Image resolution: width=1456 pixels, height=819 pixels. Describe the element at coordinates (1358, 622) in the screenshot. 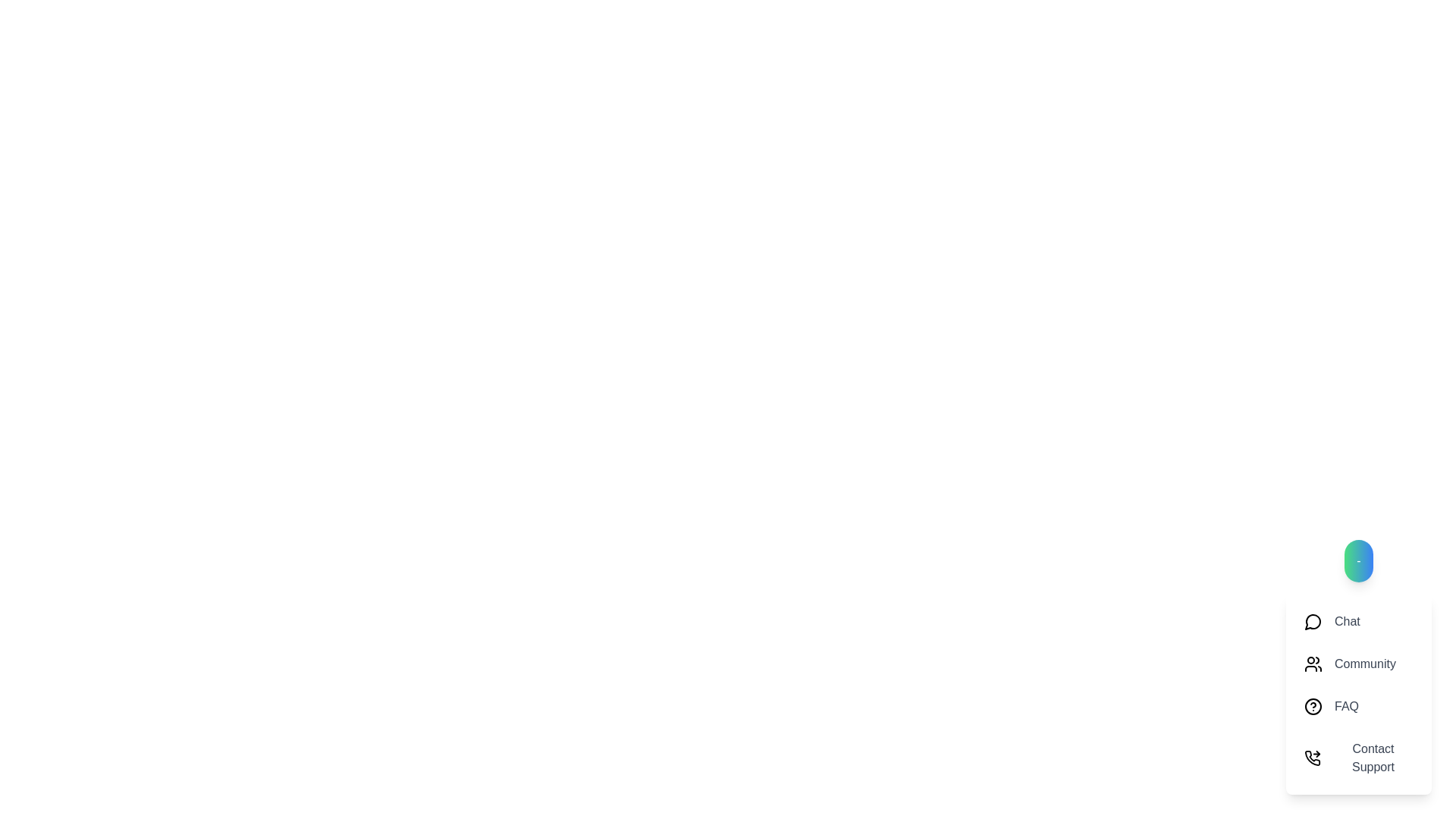

I see `the 'Chat' menu item, which features a speech bubble icon and is the first item in the menu list` at that location.